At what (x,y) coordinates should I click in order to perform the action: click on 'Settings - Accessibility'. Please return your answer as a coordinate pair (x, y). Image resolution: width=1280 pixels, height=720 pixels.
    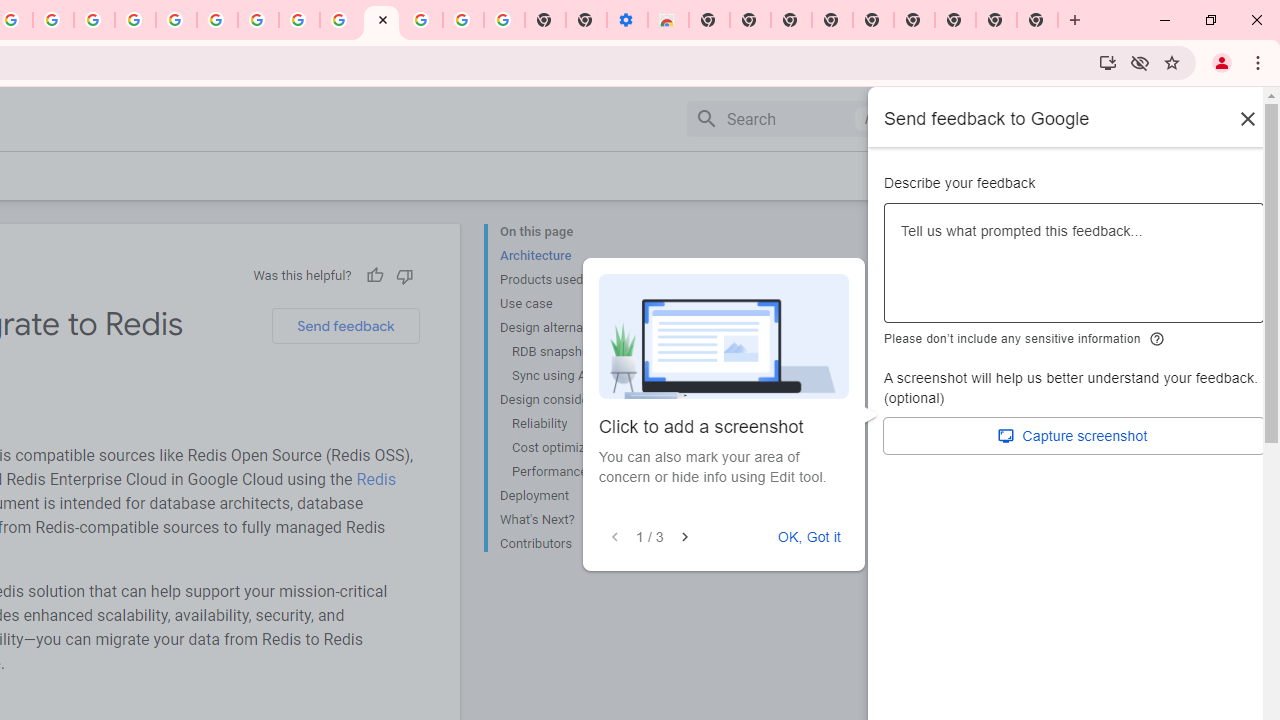
    Looking at the image, I should click on (626, 20).